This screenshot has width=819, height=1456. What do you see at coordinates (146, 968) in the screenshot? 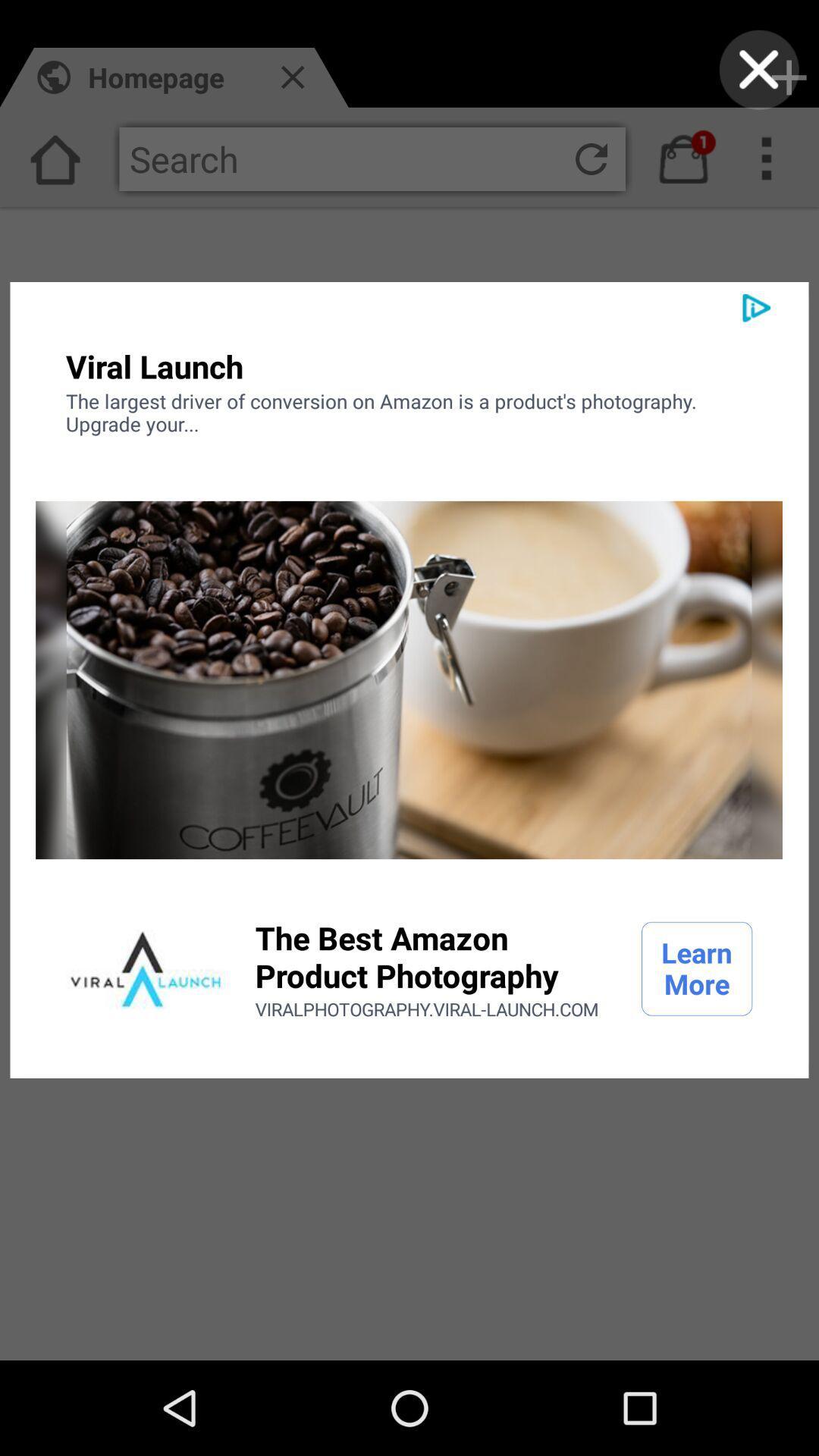
I see `application` at bounding box center [146, 968].